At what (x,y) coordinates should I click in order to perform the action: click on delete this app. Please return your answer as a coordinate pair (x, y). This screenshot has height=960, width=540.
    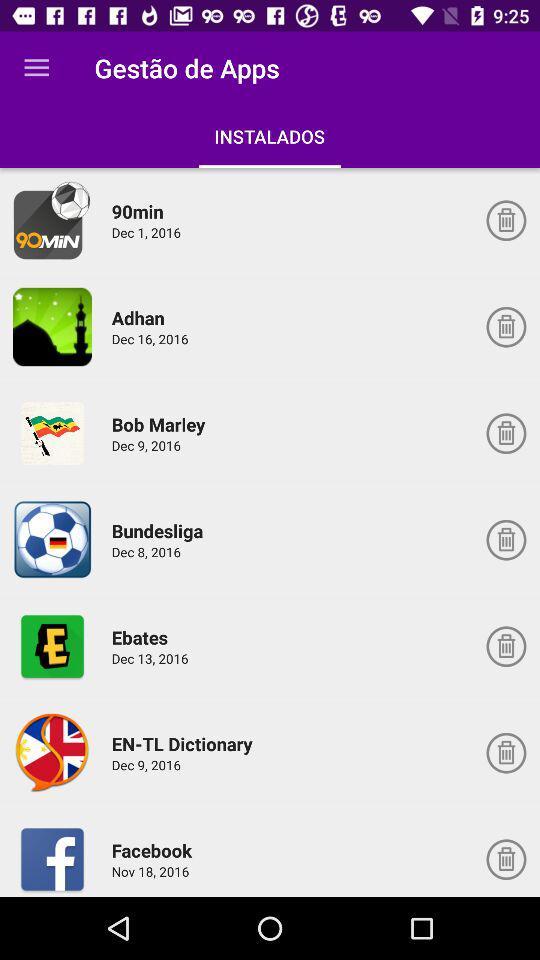
    Looking at the image, I should click on (505, 752).